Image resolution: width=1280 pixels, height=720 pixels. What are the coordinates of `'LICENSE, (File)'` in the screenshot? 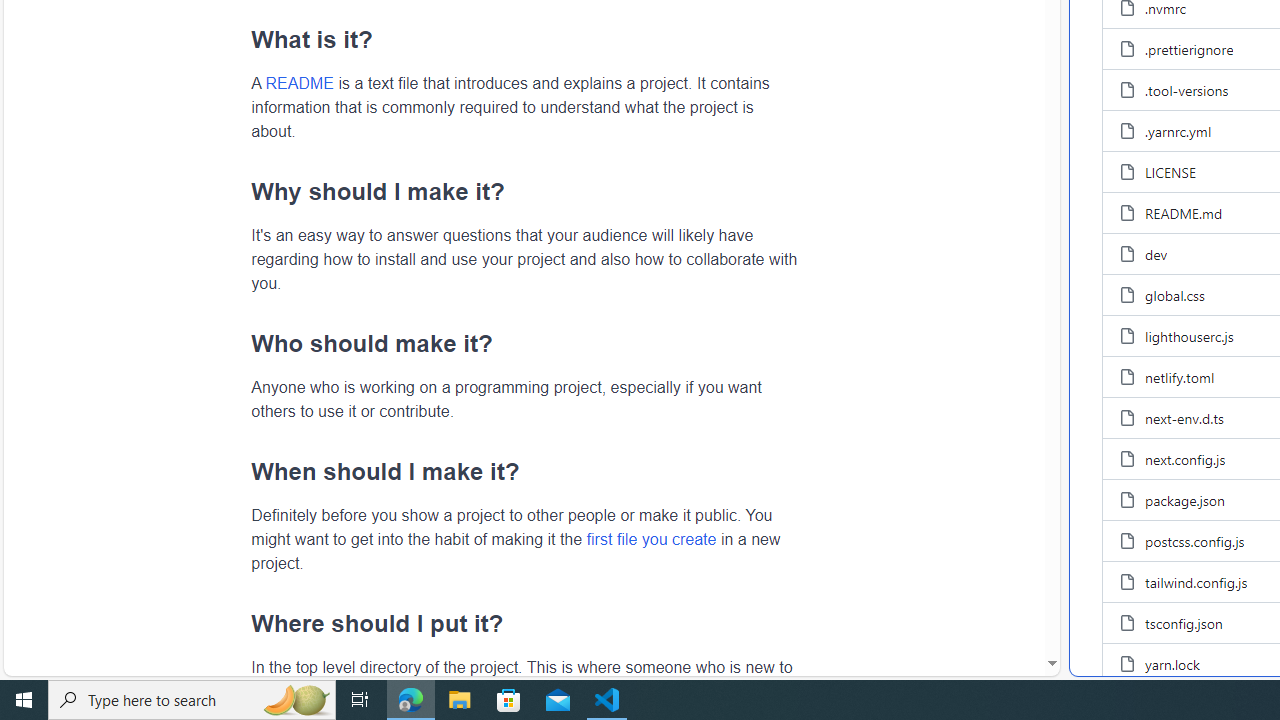 It's located at (1171, 171).